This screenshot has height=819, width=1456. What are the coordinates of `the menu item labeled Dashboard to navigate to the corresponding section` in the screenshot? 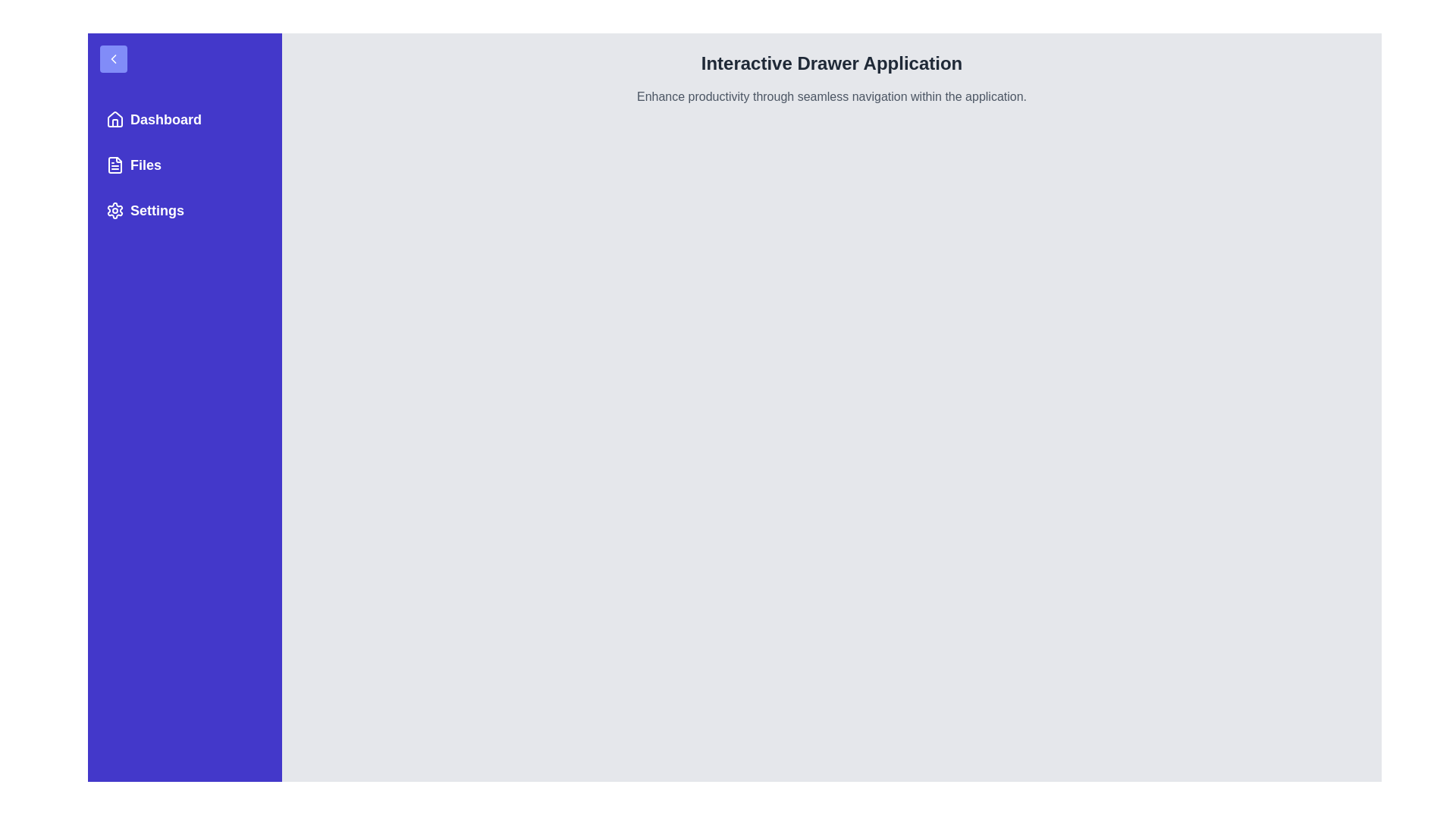 It's located at (184, 119).